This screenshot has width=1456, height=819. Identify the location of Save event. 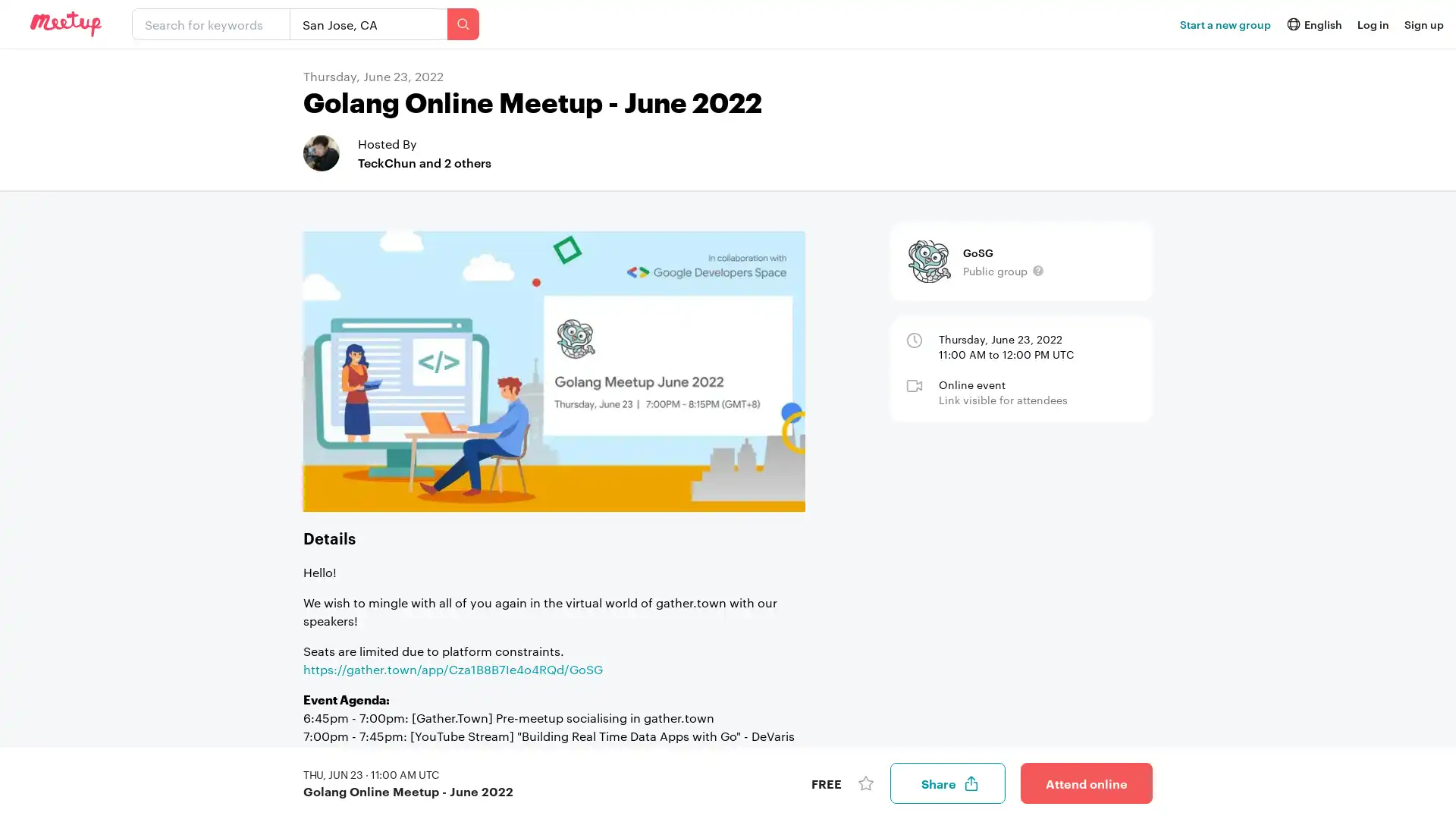
(866, 783).